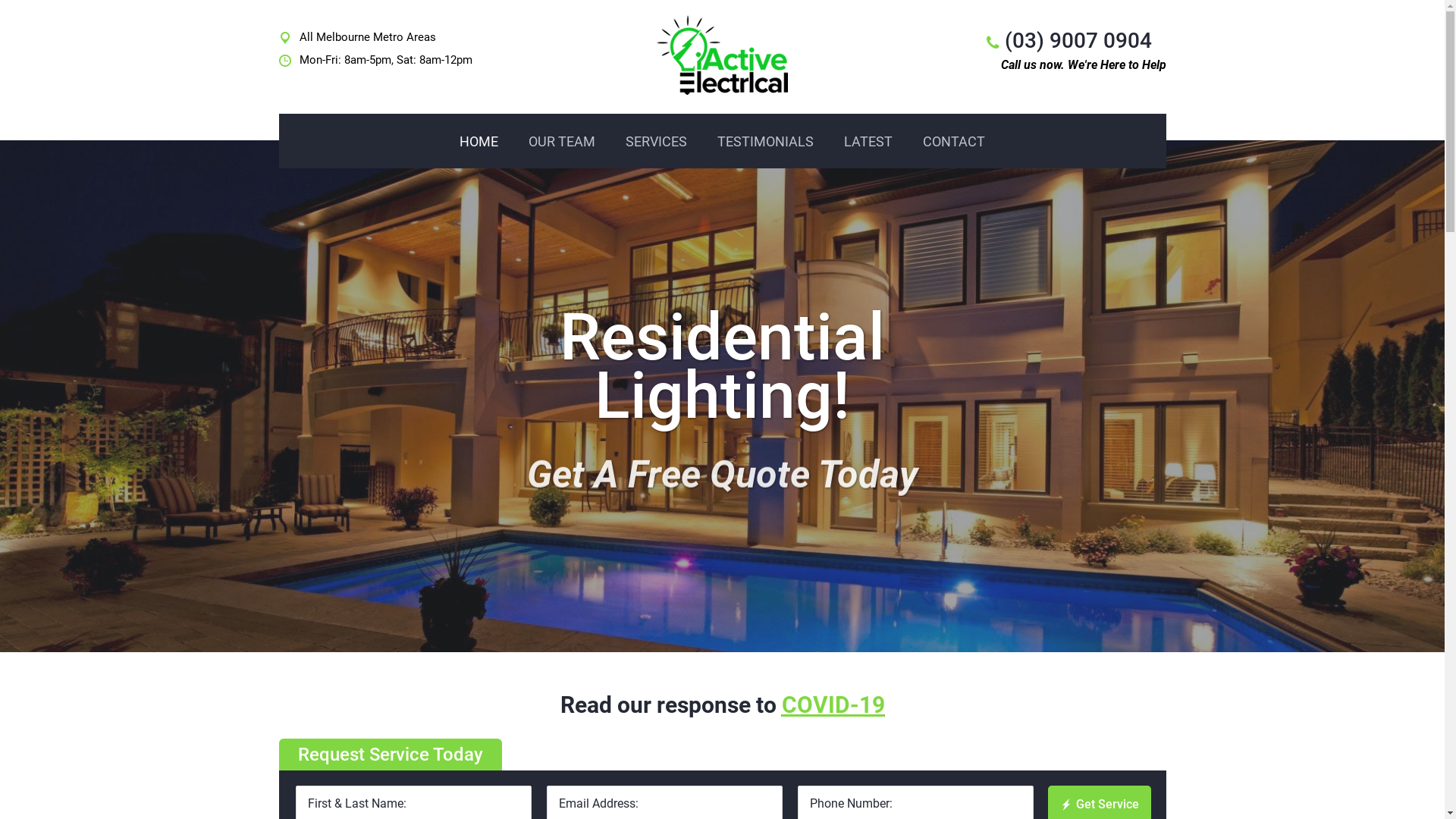  What do you see at coordinates (765, 141) in the screenshot?
I see `'TESTIMONIALS'` at bounding box center [765, 141].